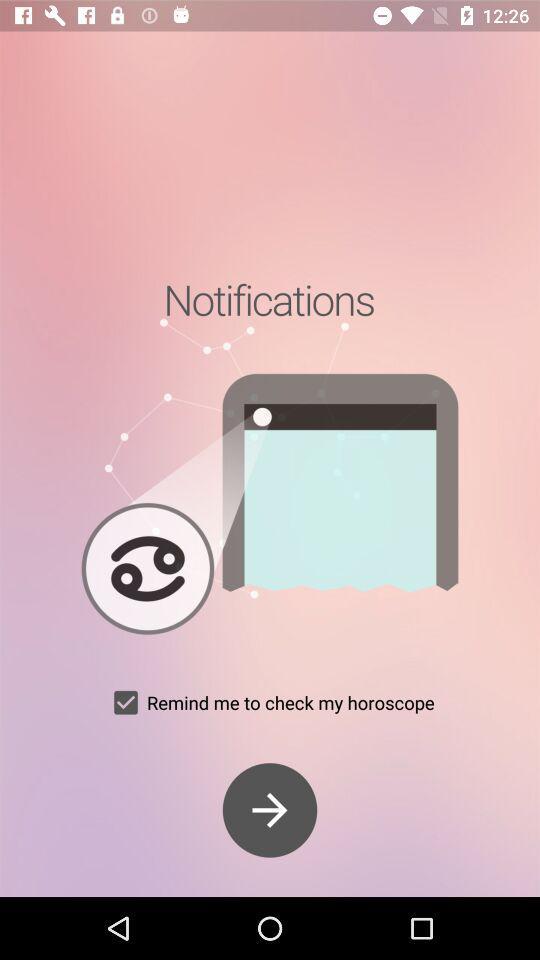  I want to click on next, so click(270, 810).